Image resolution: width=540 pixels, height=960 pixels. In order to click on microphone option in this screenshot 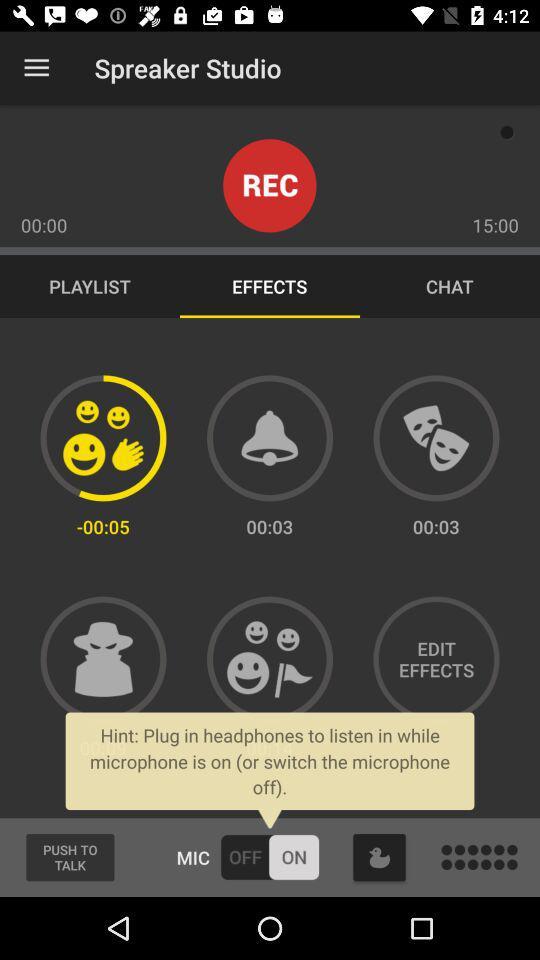, I will do `click(269, 856)`.